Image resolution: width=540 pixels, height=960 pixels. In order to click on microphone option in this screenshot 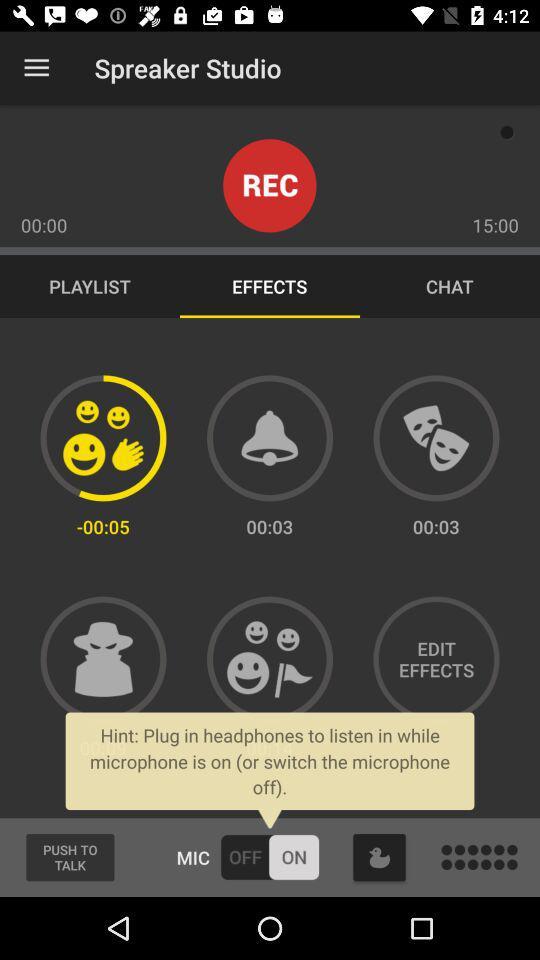, I will do `click(269, 856)`.